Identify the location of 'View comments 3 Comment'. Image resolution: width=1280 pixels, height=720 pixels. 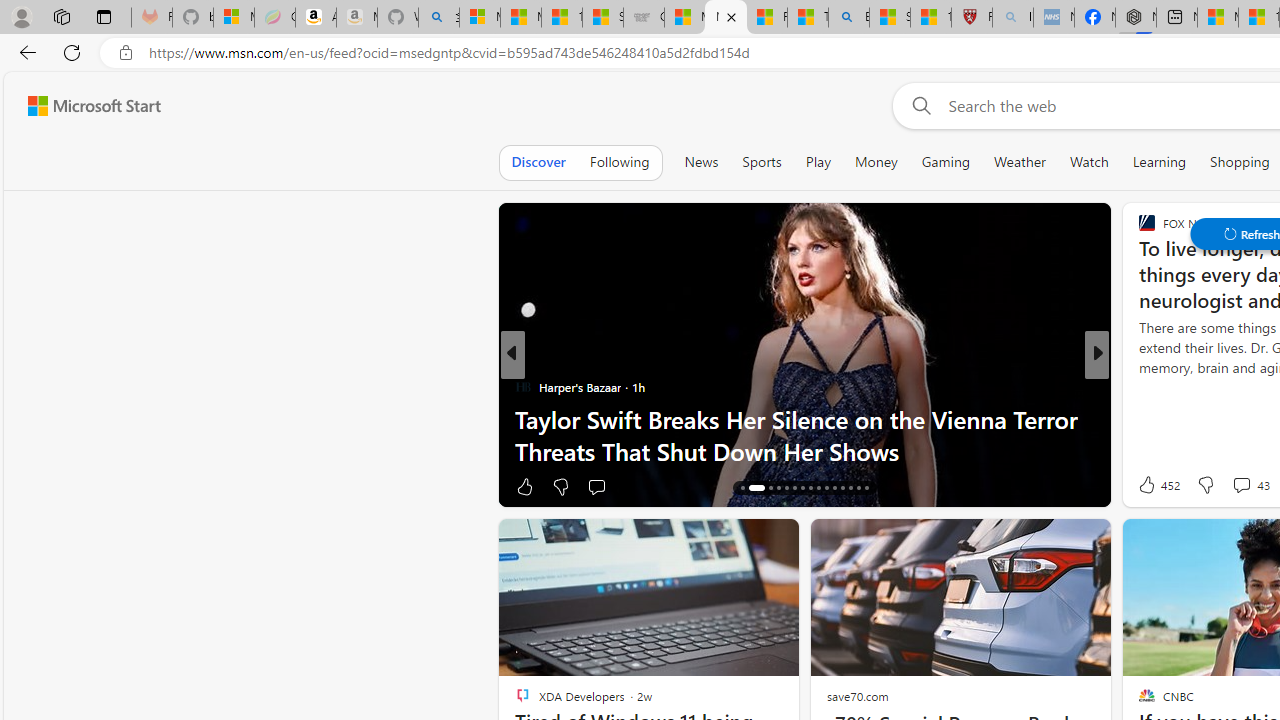
(1227, 486).